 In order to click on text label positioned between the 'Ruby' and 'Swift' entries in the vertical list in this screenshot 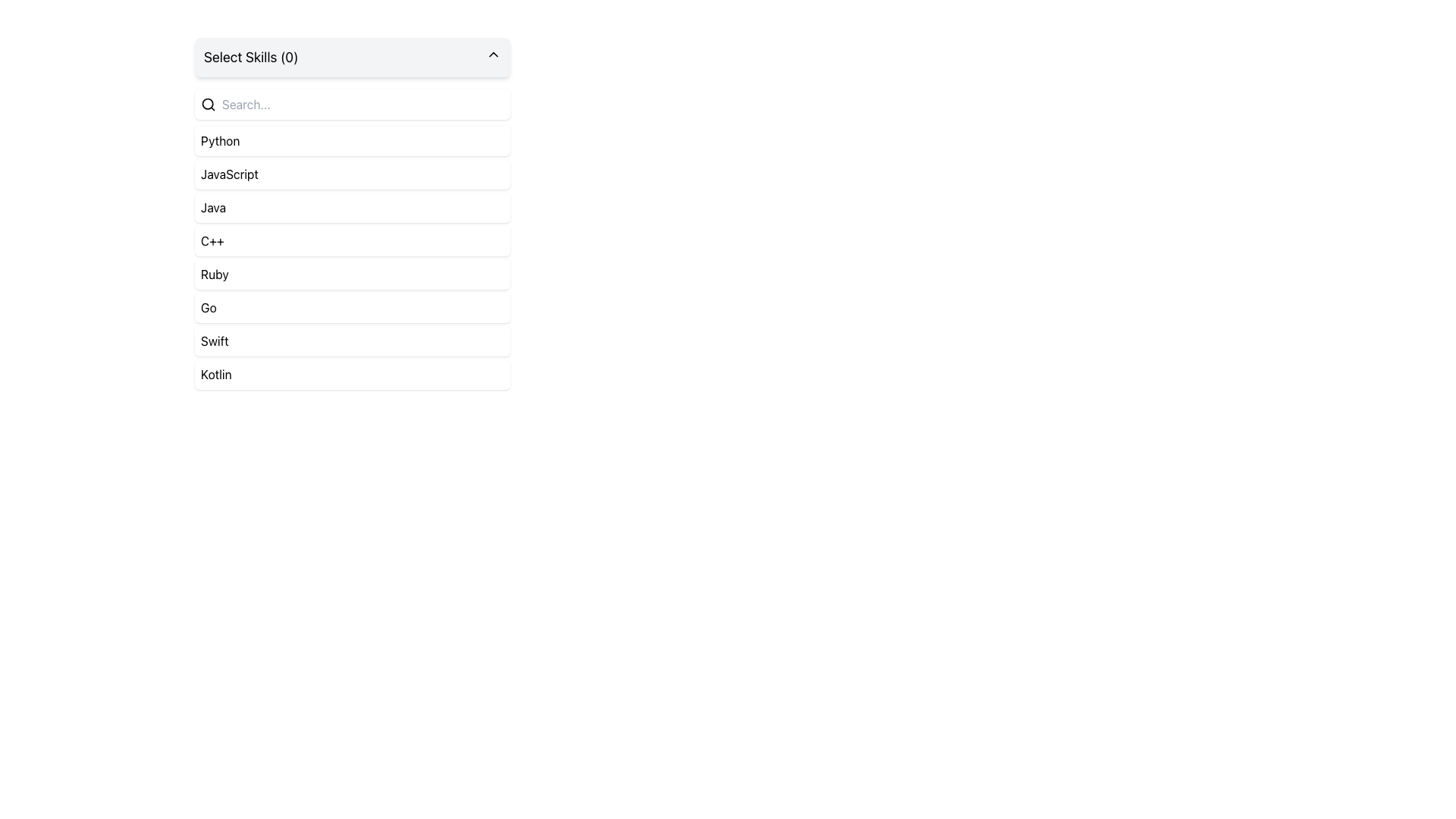, I will do `click(208, 307)`.